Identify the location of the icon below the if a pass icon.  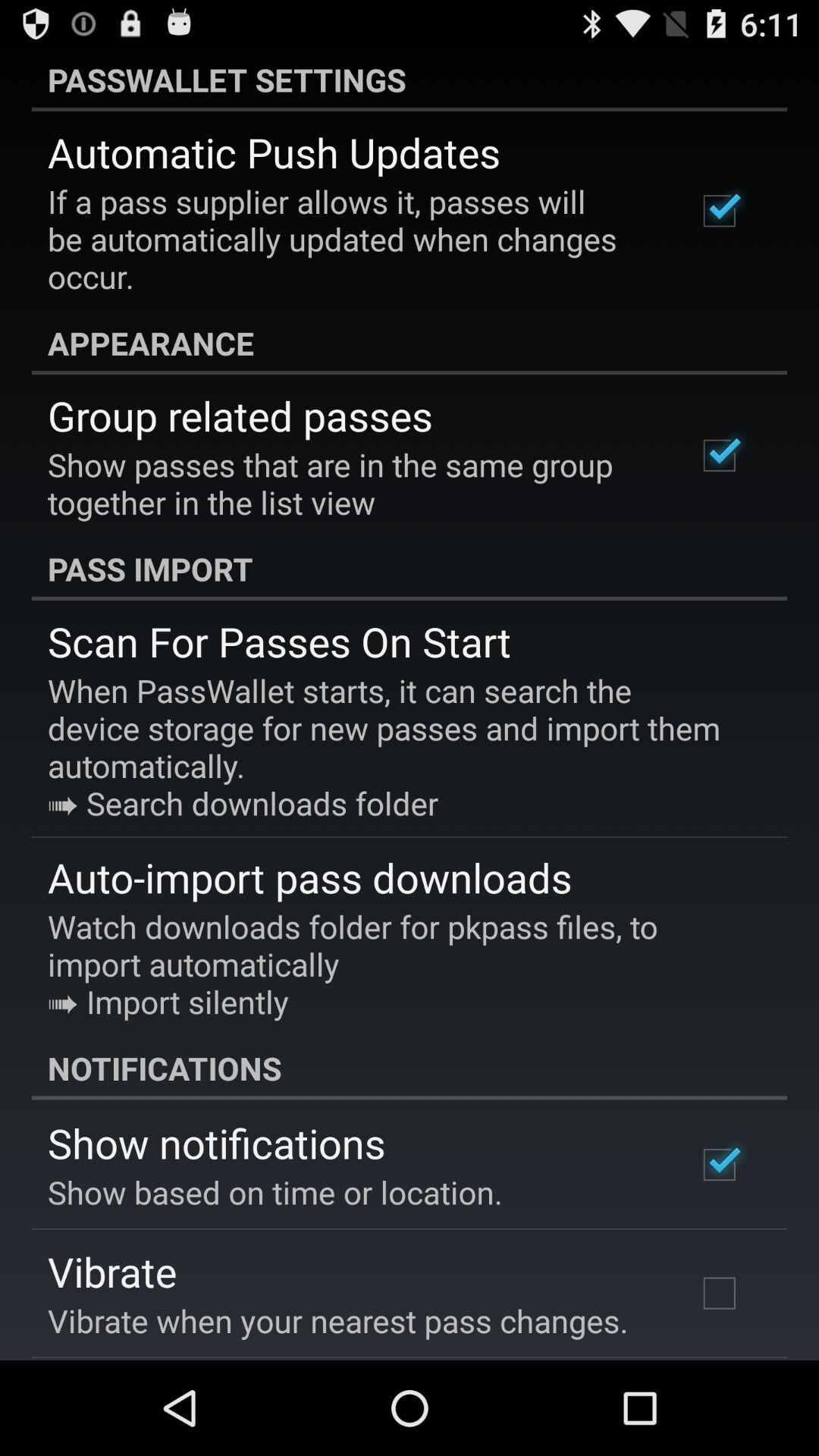
(409, 342).